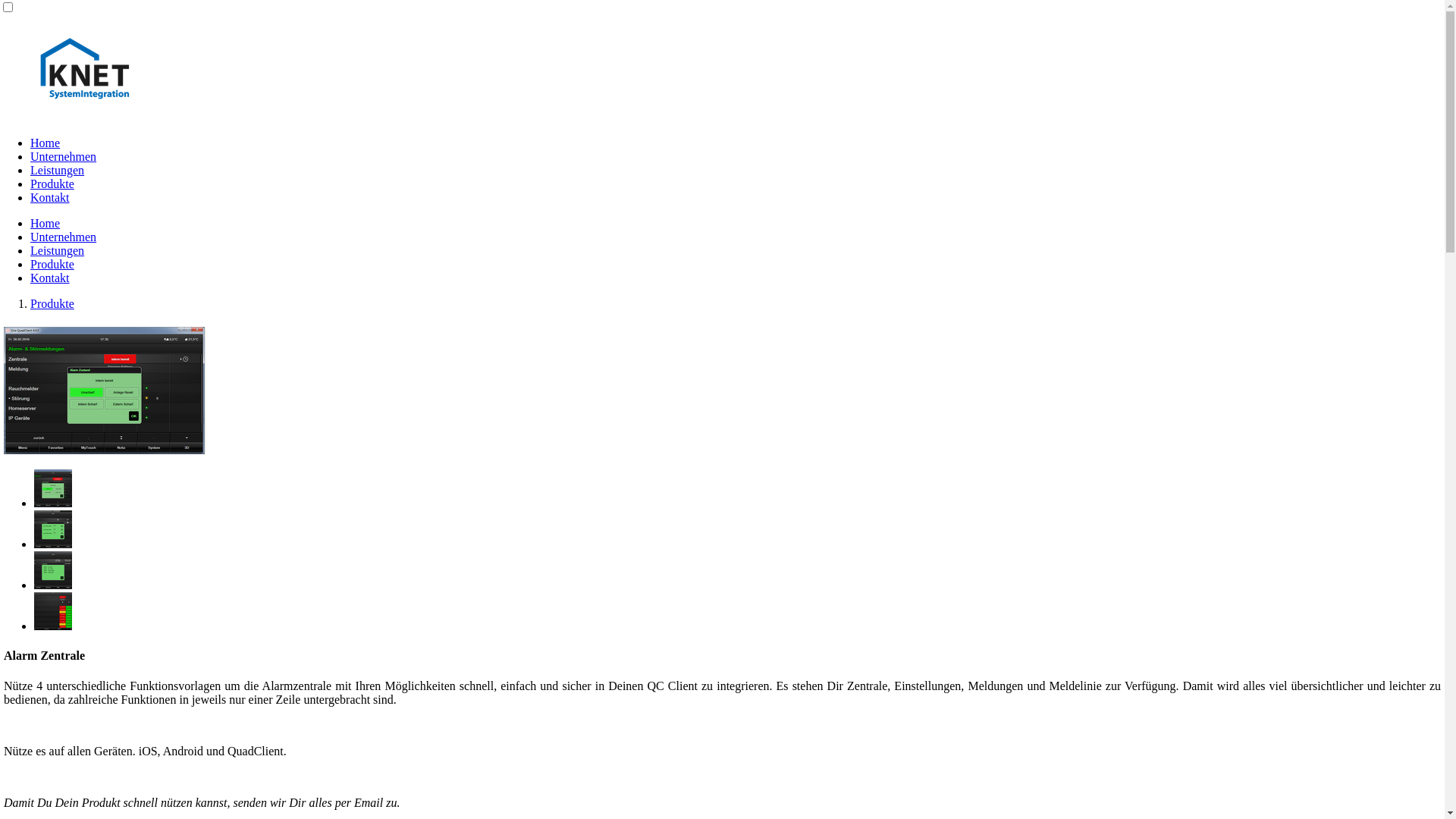 Image resolution: width=1456 pixels, height=819 pixels. I want to click on 'Kontakt', so click(50, 196).